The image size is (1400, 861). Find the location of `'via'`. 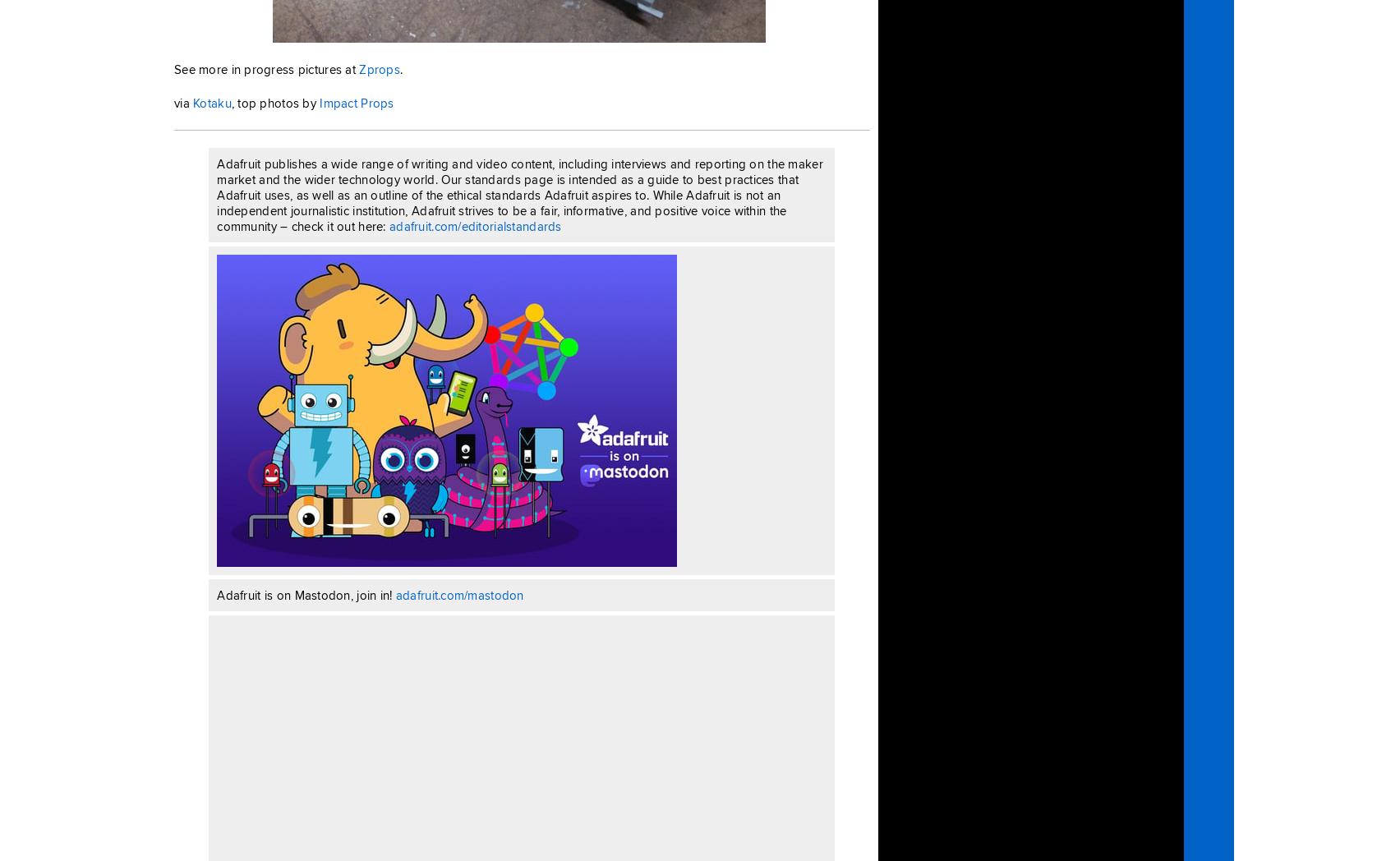

'via' is located at coordinates (182, 102).